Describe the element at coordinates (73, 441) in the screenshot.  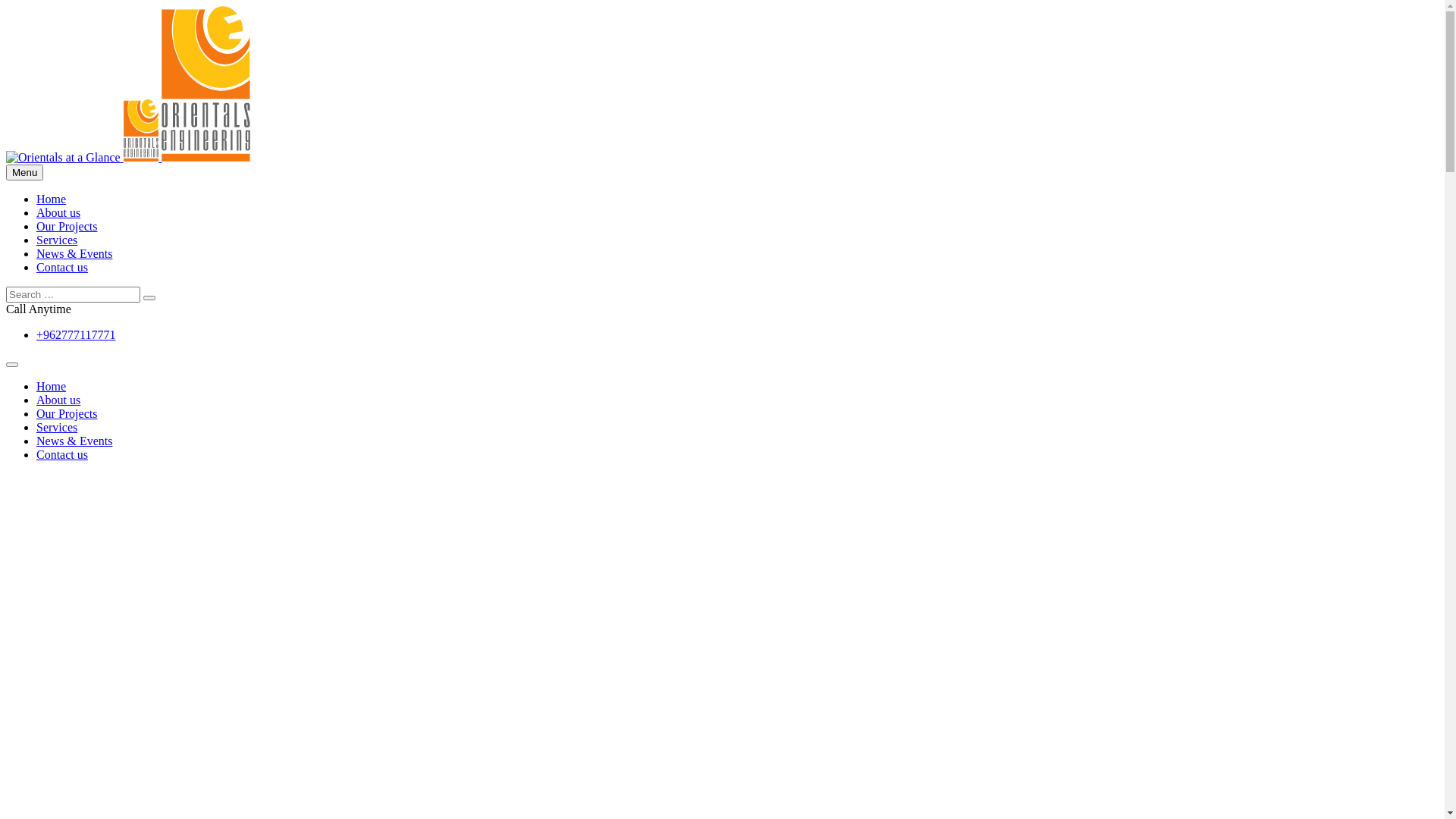
I see `'News & Events'` at that location.